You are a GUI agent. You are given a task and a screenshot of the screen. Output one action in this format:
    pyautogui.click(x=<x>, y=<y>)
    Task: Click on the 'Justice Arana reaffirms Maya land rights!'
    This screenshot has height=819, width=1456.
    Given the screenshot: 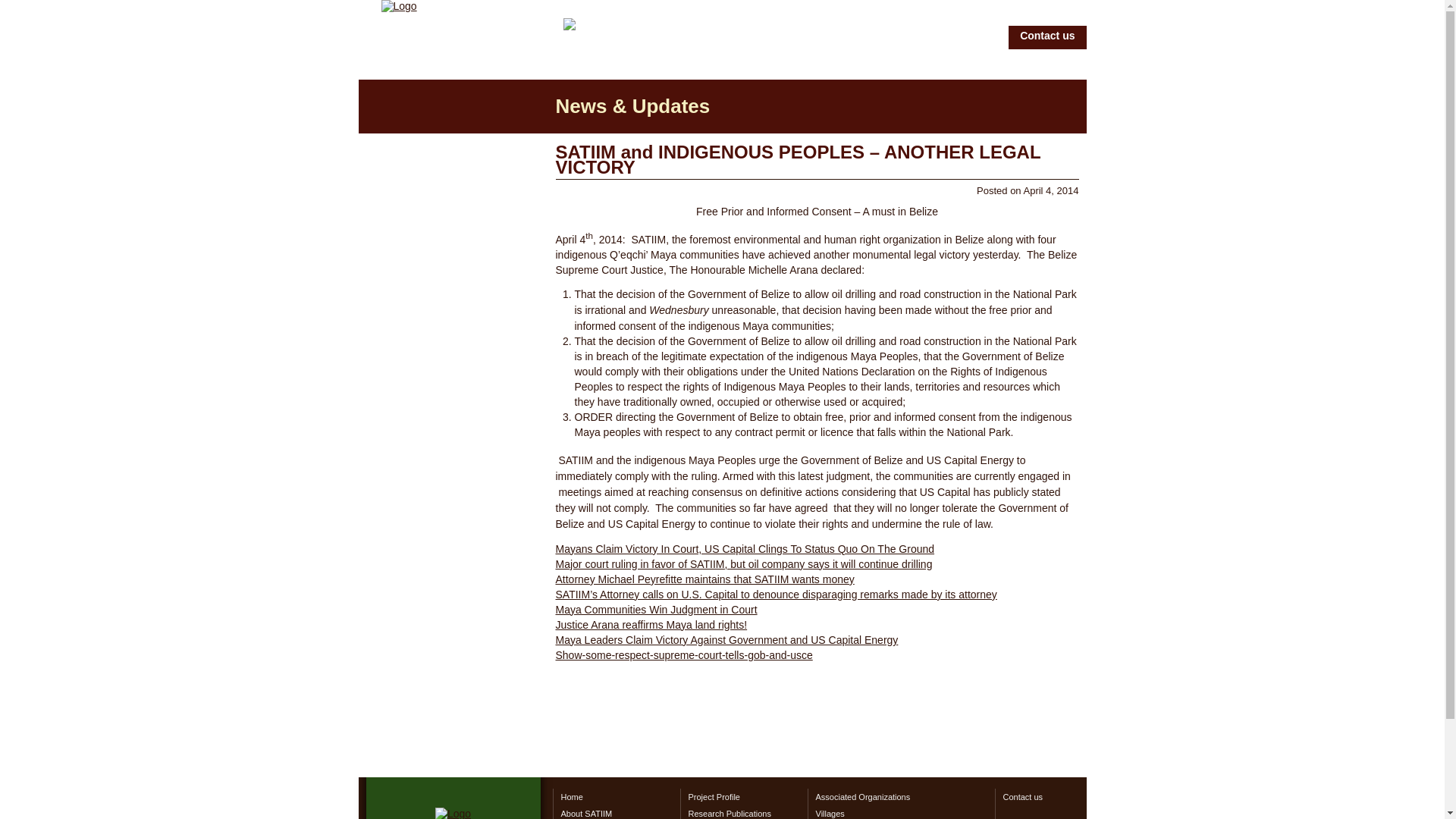 What is the action you would take?
    pyautogui.click(x=651, y=625)
    